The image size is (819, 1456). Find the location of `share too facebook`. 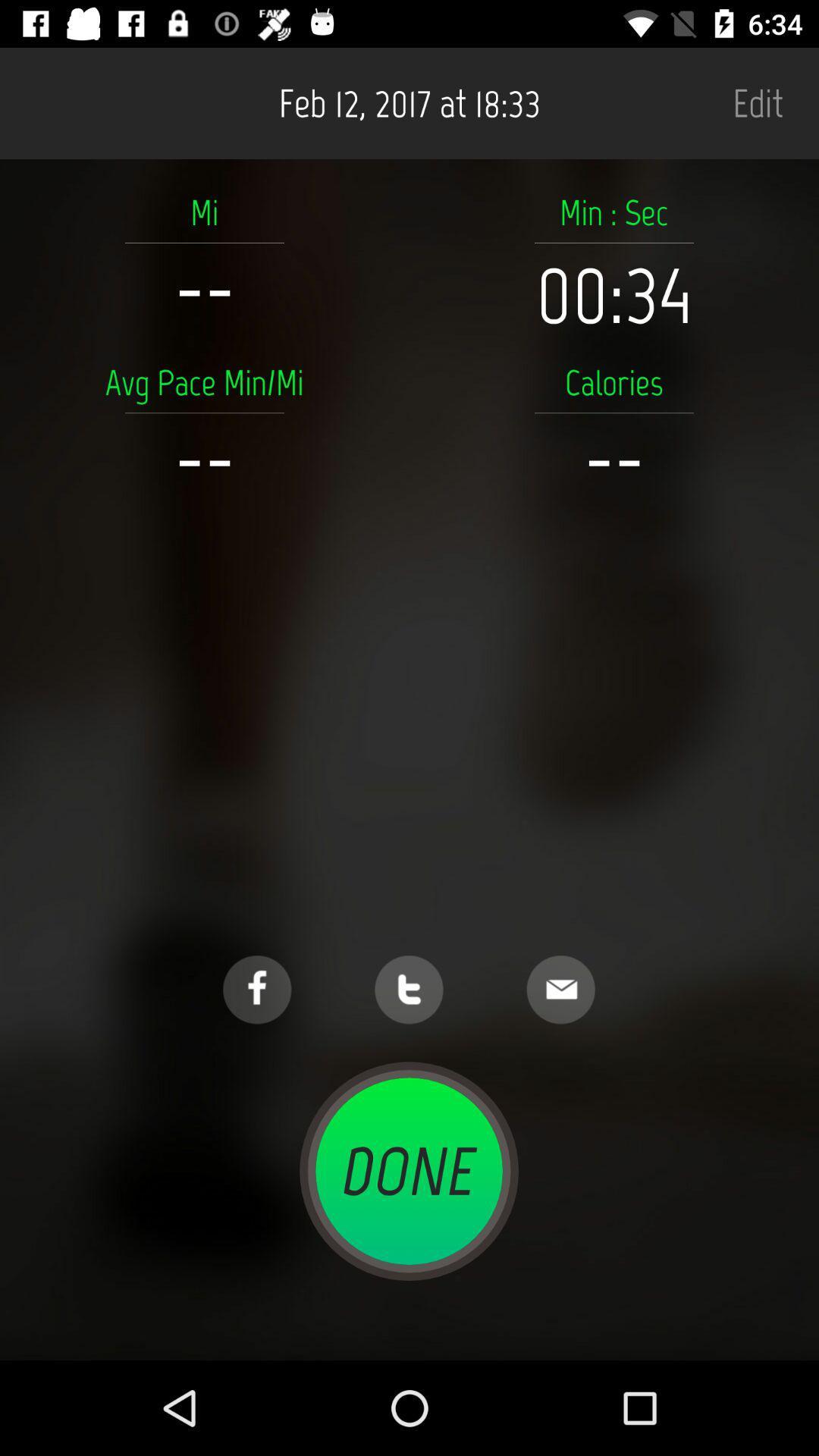

share too facebook is located at coordinates (256, 990).